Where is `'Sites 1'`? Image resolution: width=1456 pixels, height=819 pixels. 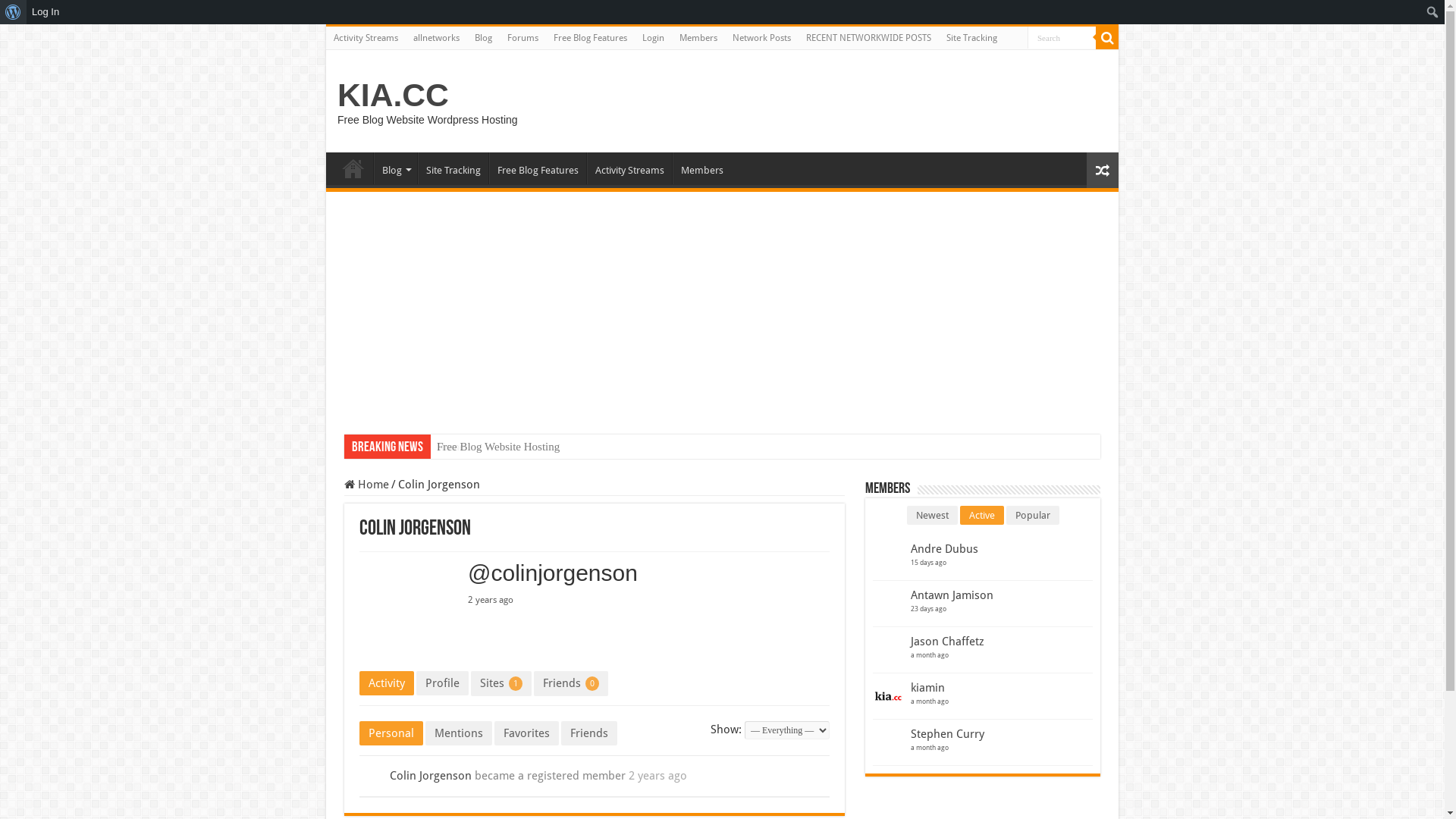
'Sites 1' is located at coordinates (501, 683).